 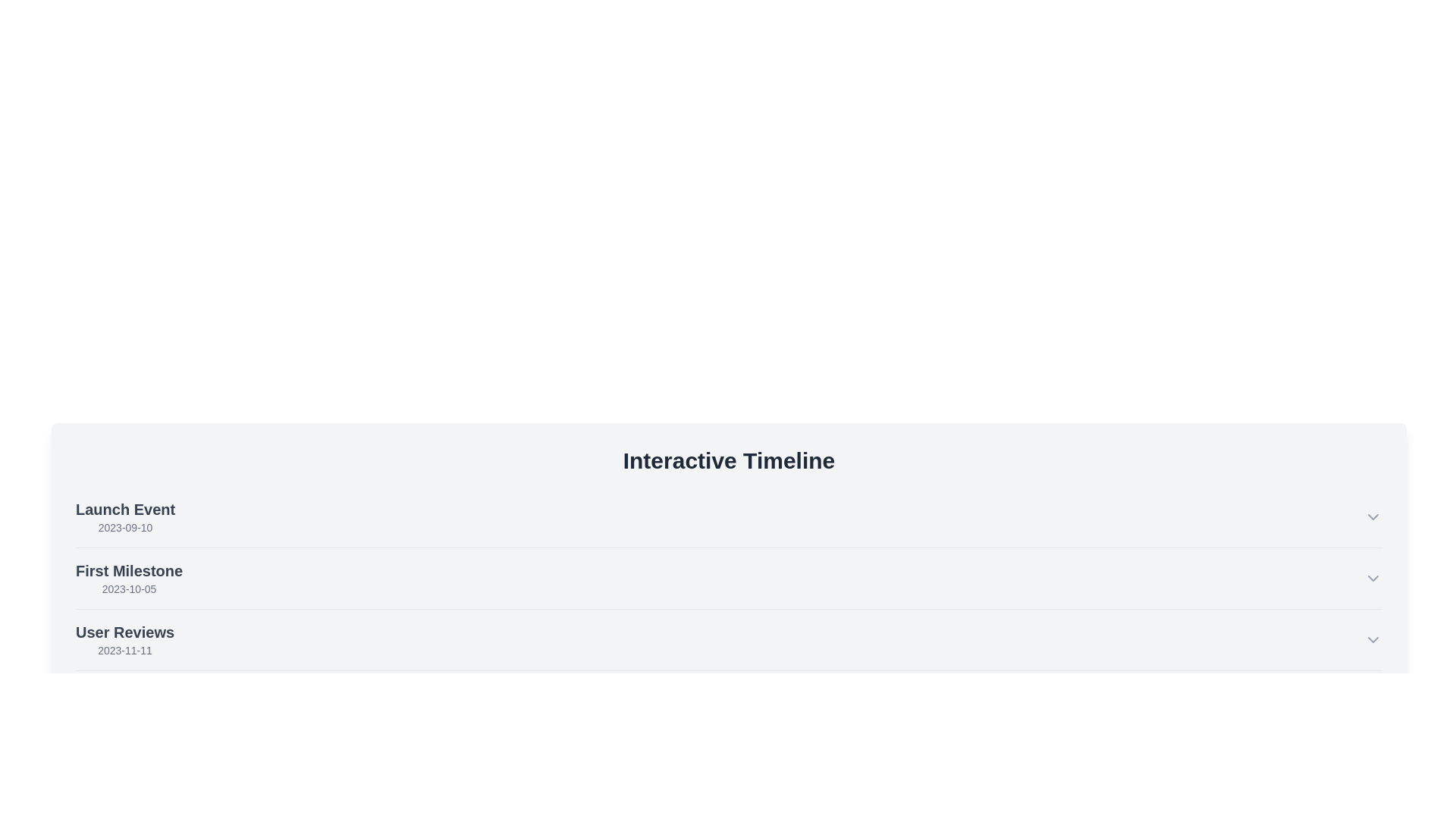 What do you see at coordinates (125, 516) in the screenshot?
I see `the text label displaying 'Launch Event' and its date '2023-09-10'` at bounding box center [125, 516].